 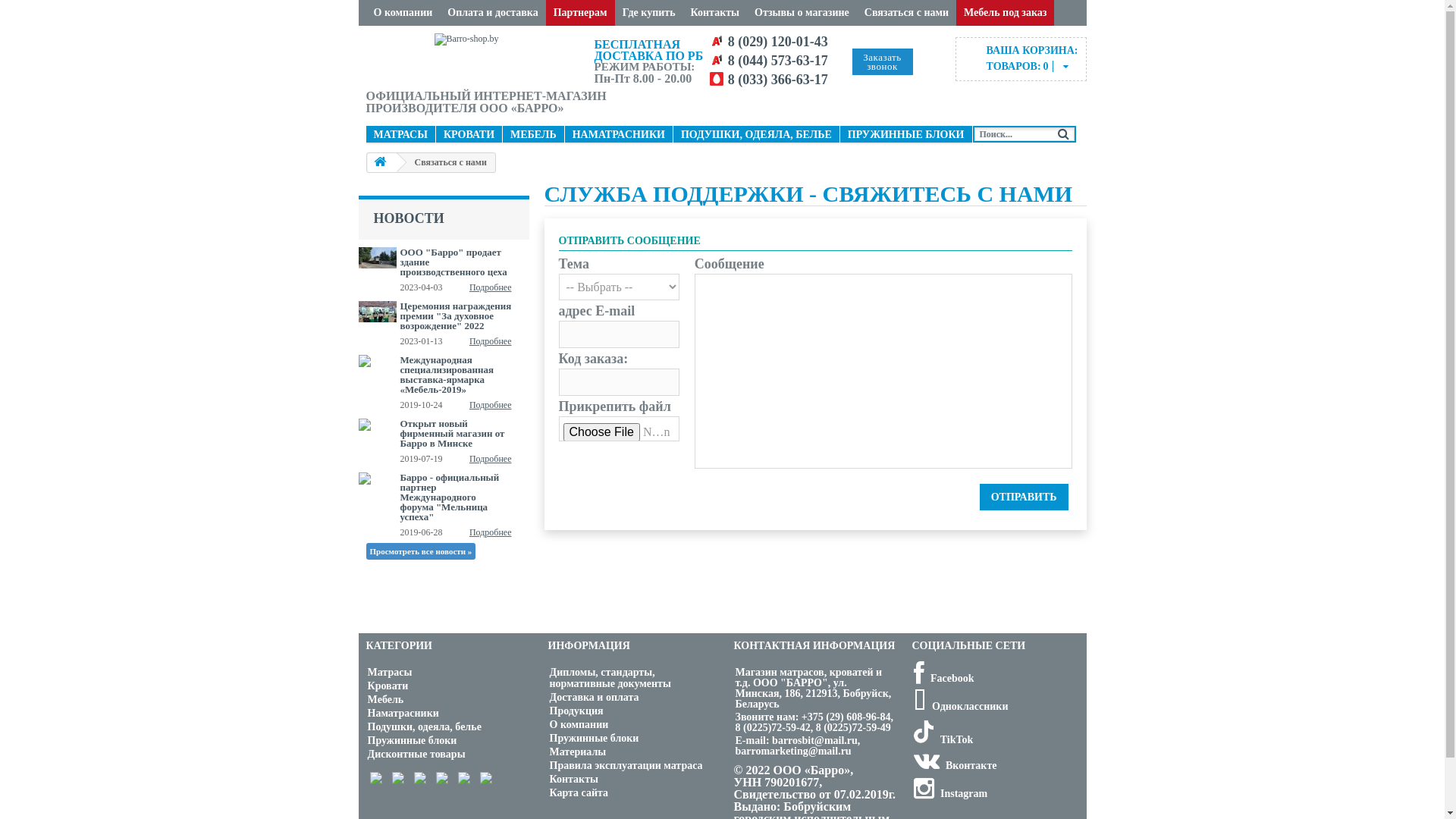 What do you see at coordinates (912, 792) in the screenshot?
I see `'Instagram'` at bounding box center [912, 792].